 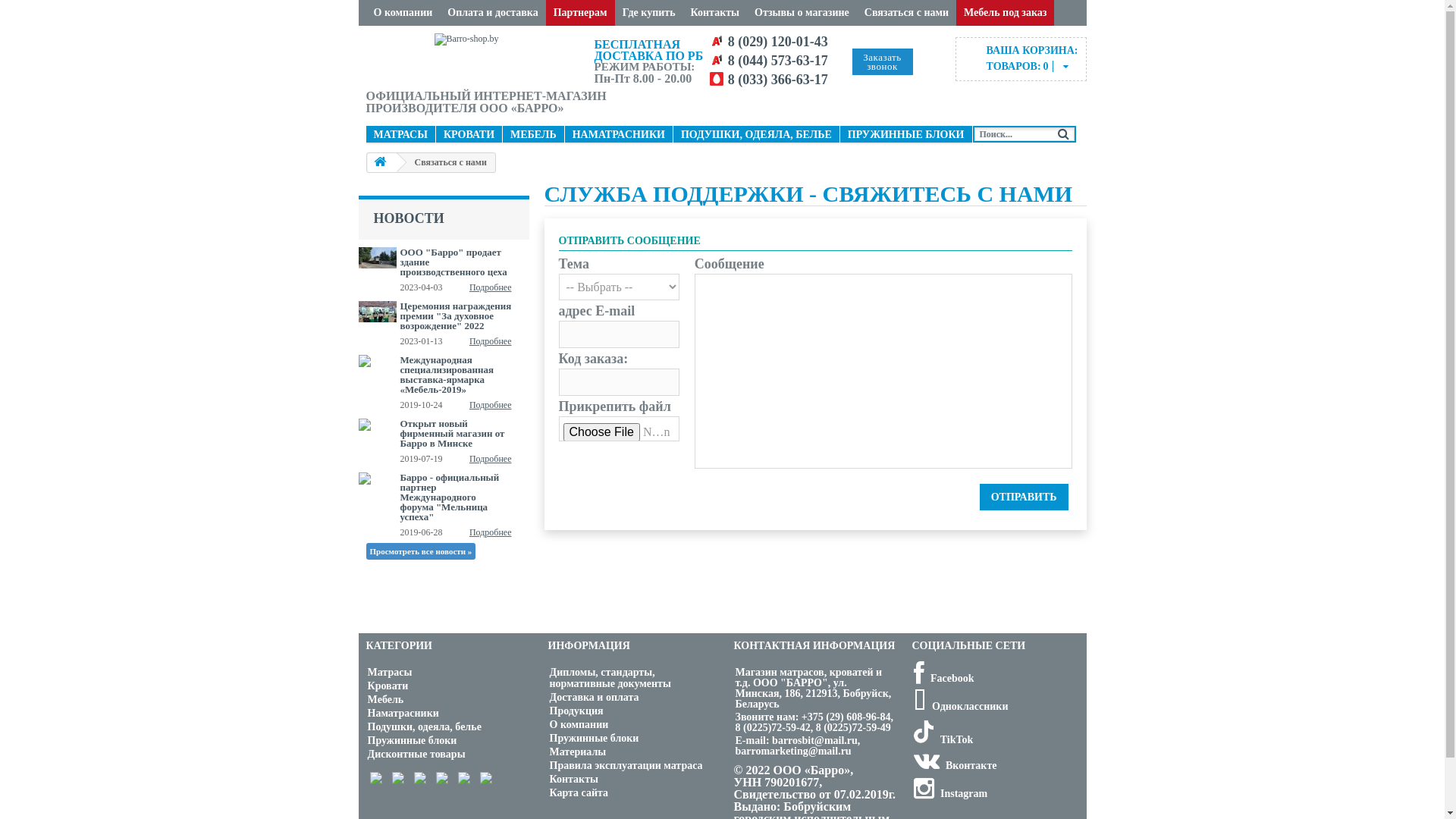 What do you see at coordinates (912, 792) in the screenshot?
I see `'Instagram'` at bounding box center [912, 792].